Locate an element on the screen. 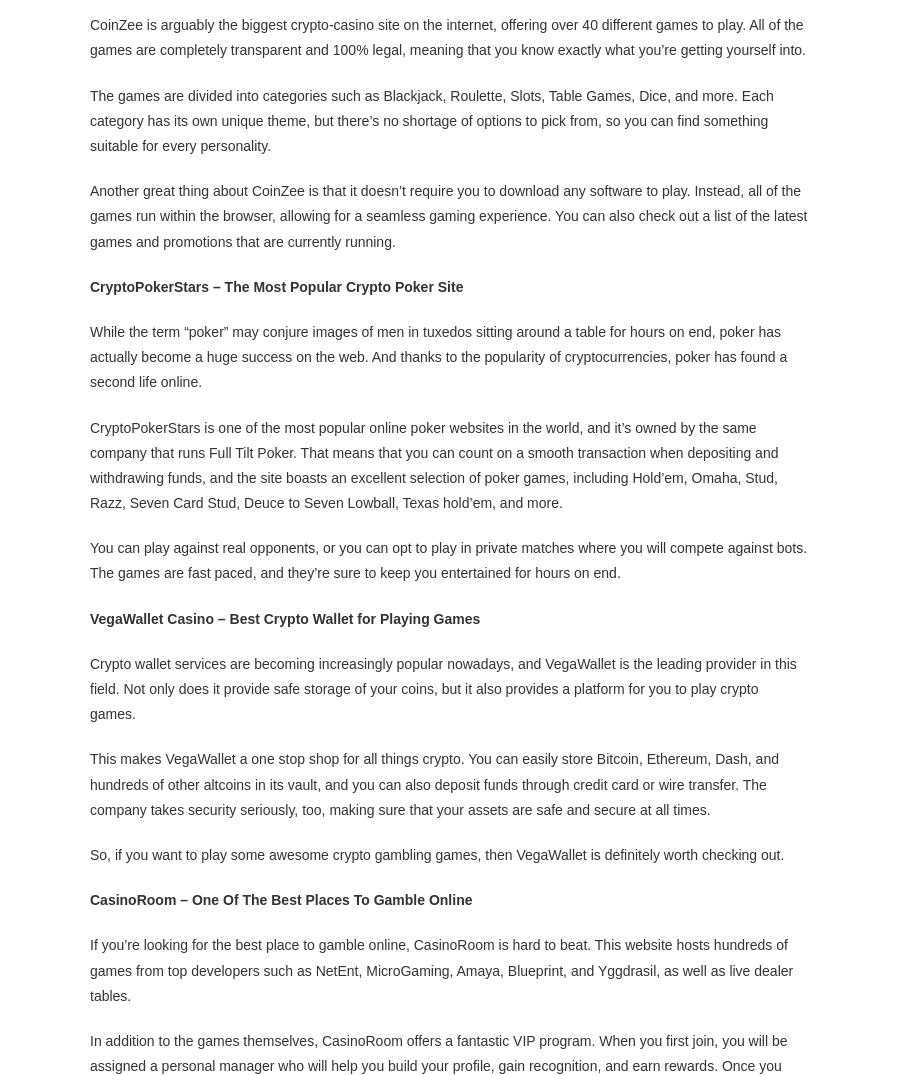 This screenshot has height=1075, width=900. 'CoinZee is arguably the biggest crypto-casino site on the internet, offering over 40 different games to play. All of the games are completely transparent and 100% legal, meaning that you know exactly what you’re getting yourself into.' is located at coordinates (449, 35).